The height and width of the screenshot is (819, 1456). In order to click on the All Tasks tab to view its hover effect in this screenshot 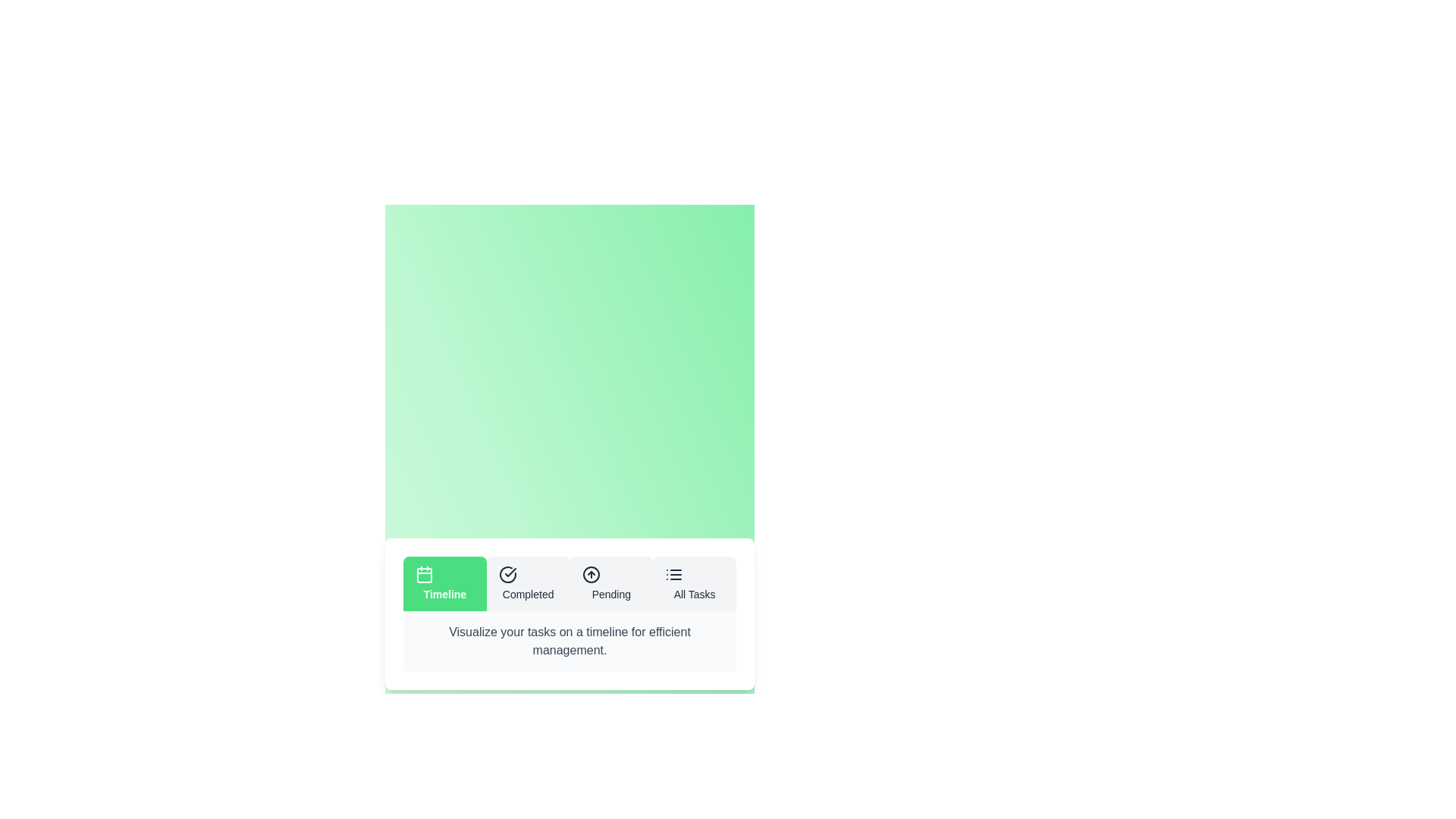, I will do `click(694, 583)`.